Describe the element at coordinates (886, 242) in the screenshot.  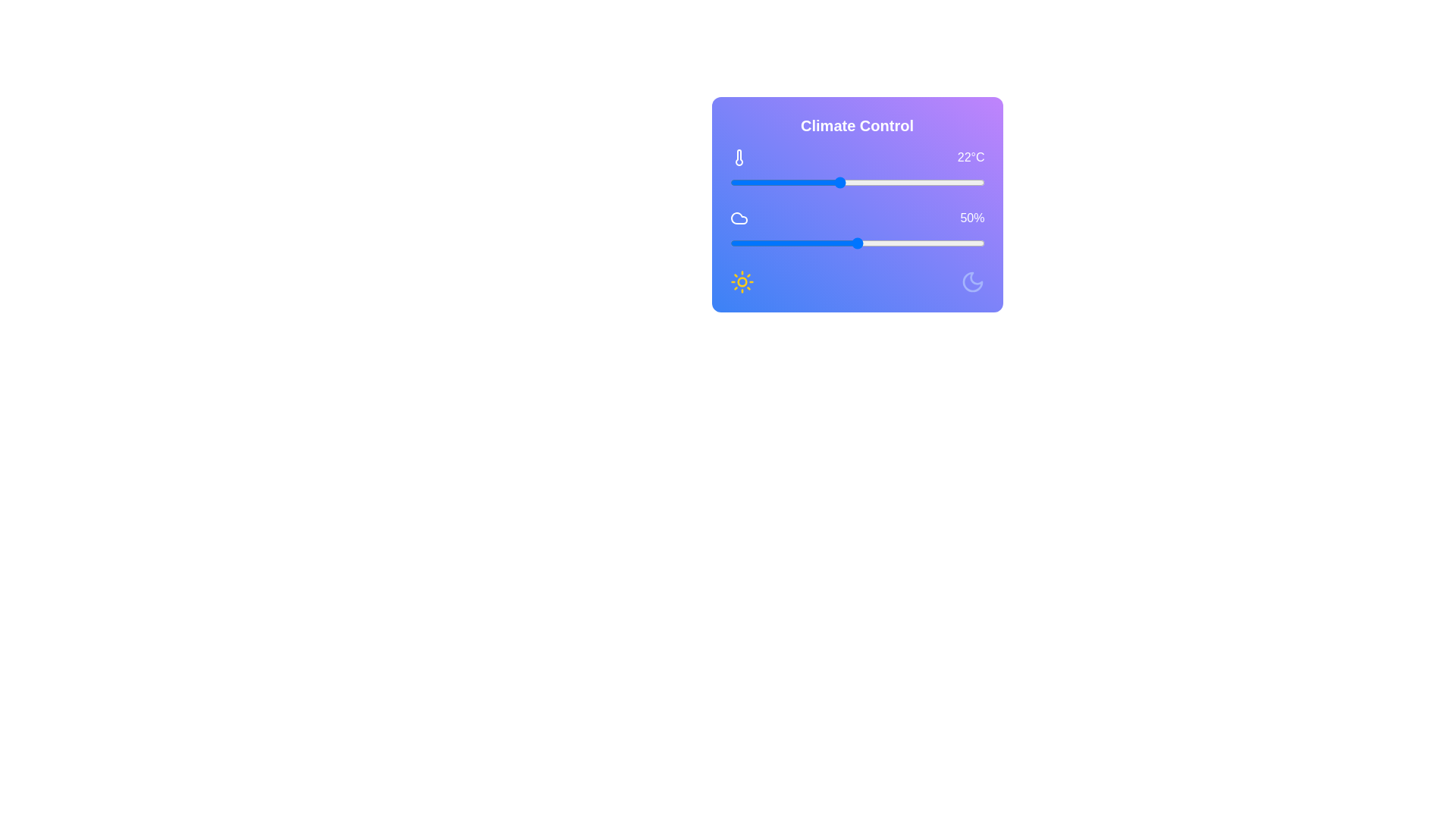
I see `the slider value` at that location.